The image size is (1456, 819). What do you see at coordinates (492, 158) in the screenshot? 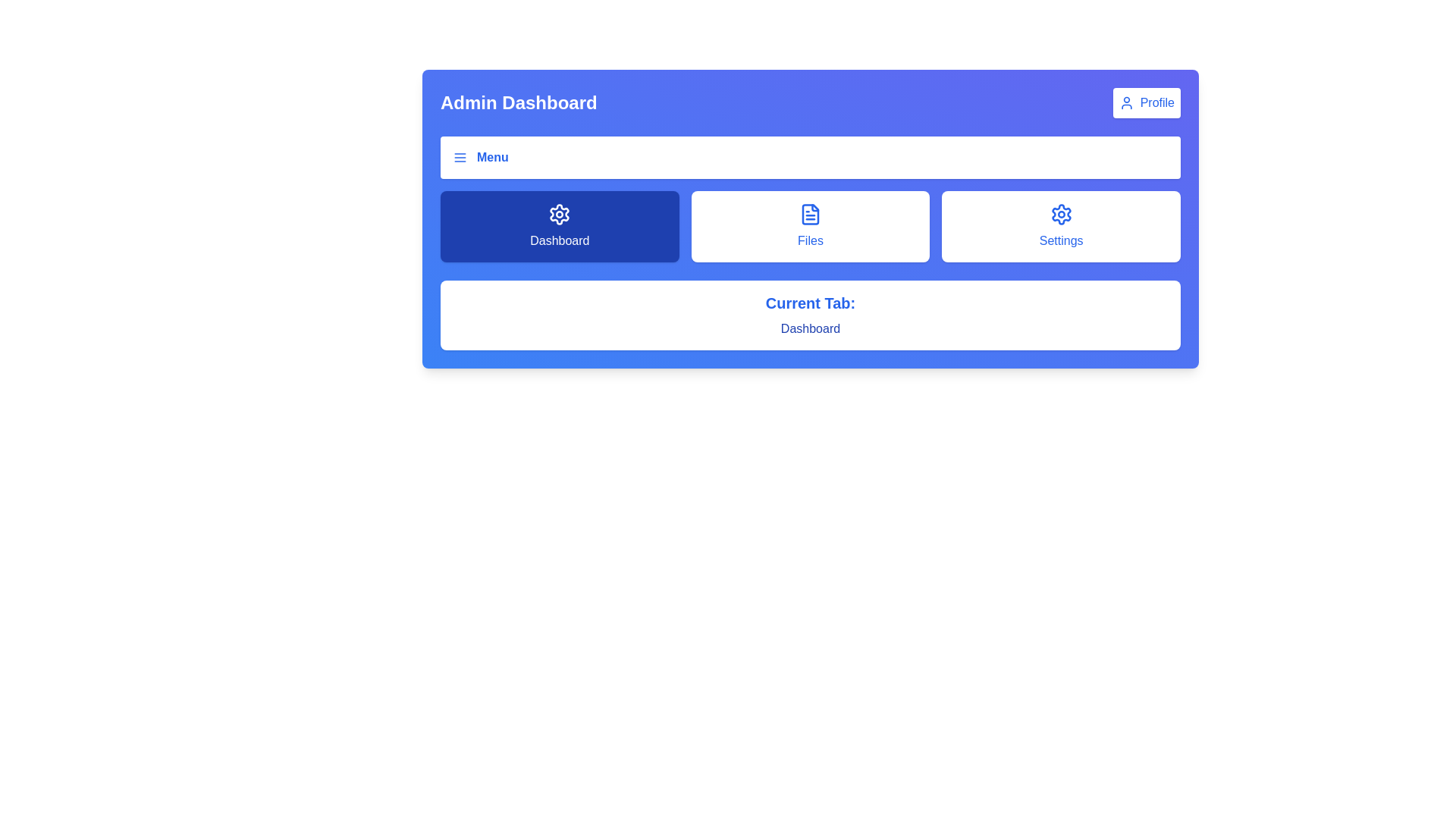
I see `the text label or navigation item located near the center-left of the navigation bar` at bounding box center [492, 158].